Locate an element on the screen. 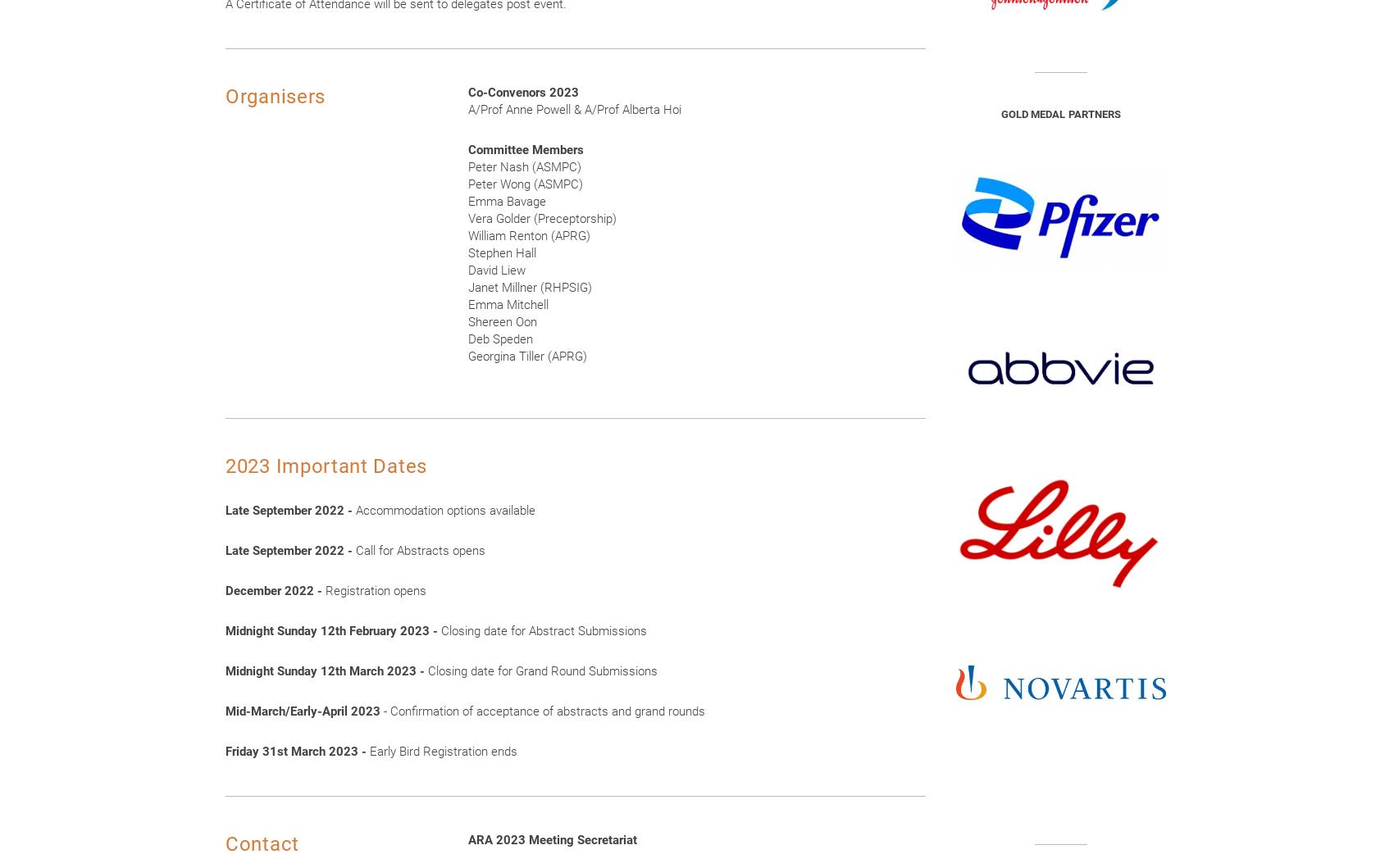 The height and width of the screenshot is (868, 1394). 'Contact' is located at coordinates (262, 843).